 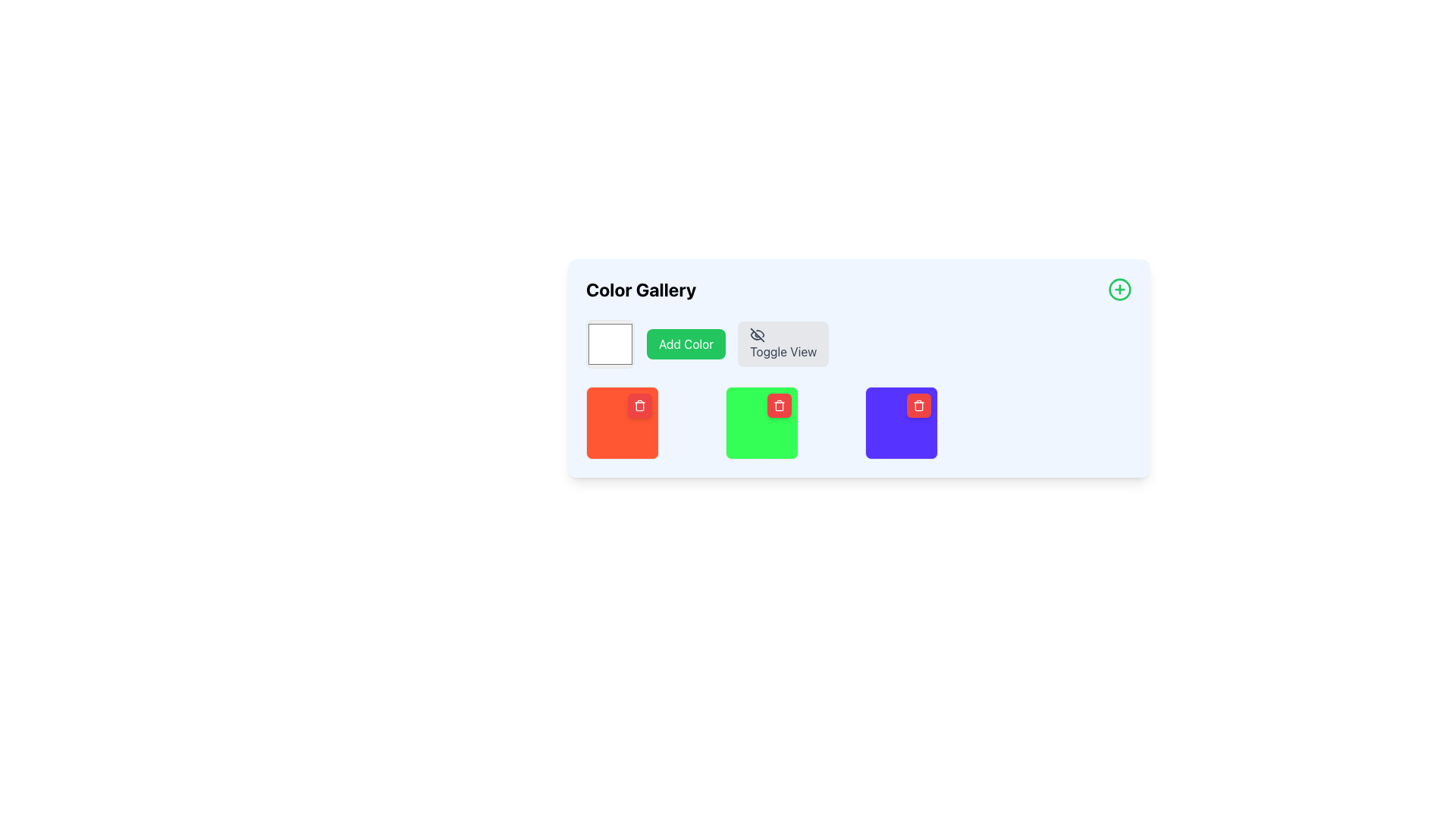 What do you see at coordinates (918, 405) in the screenshot?
I see `the delete button located at the top-right corner of the purple color block` at bounding box center [918, 405].